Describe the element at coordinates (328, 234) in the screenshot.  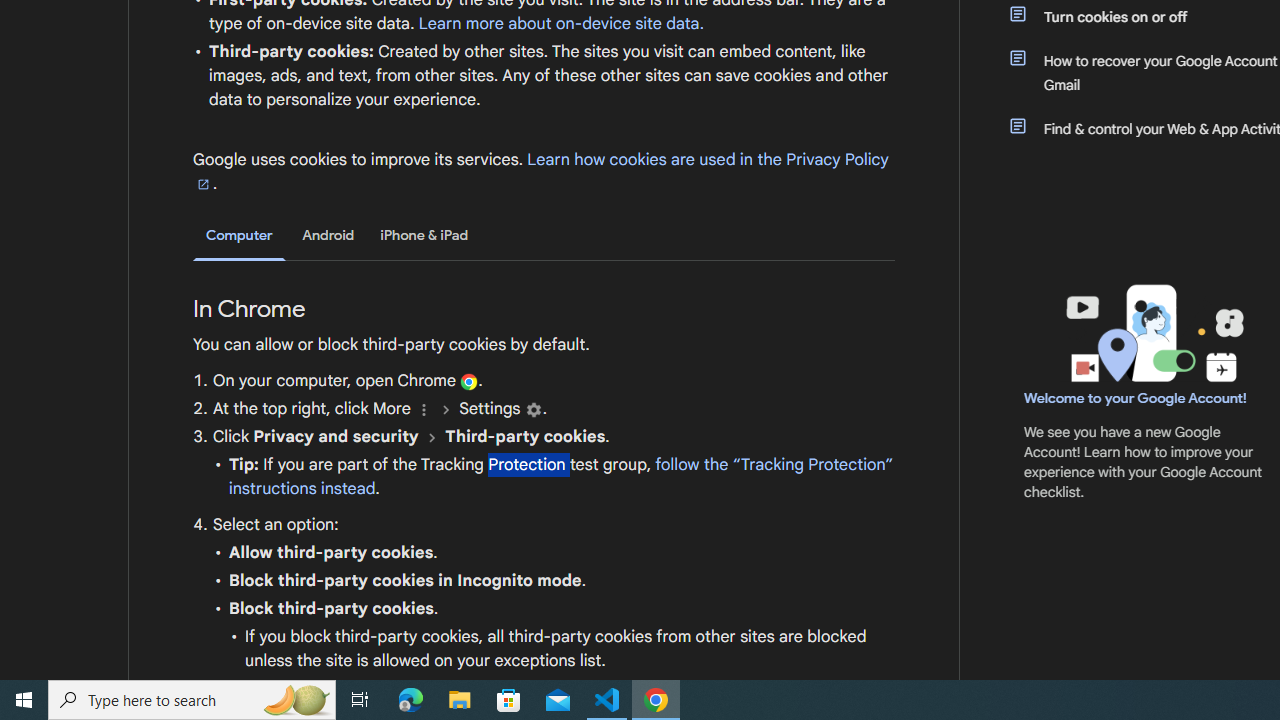
I see `'Android'` at that location.